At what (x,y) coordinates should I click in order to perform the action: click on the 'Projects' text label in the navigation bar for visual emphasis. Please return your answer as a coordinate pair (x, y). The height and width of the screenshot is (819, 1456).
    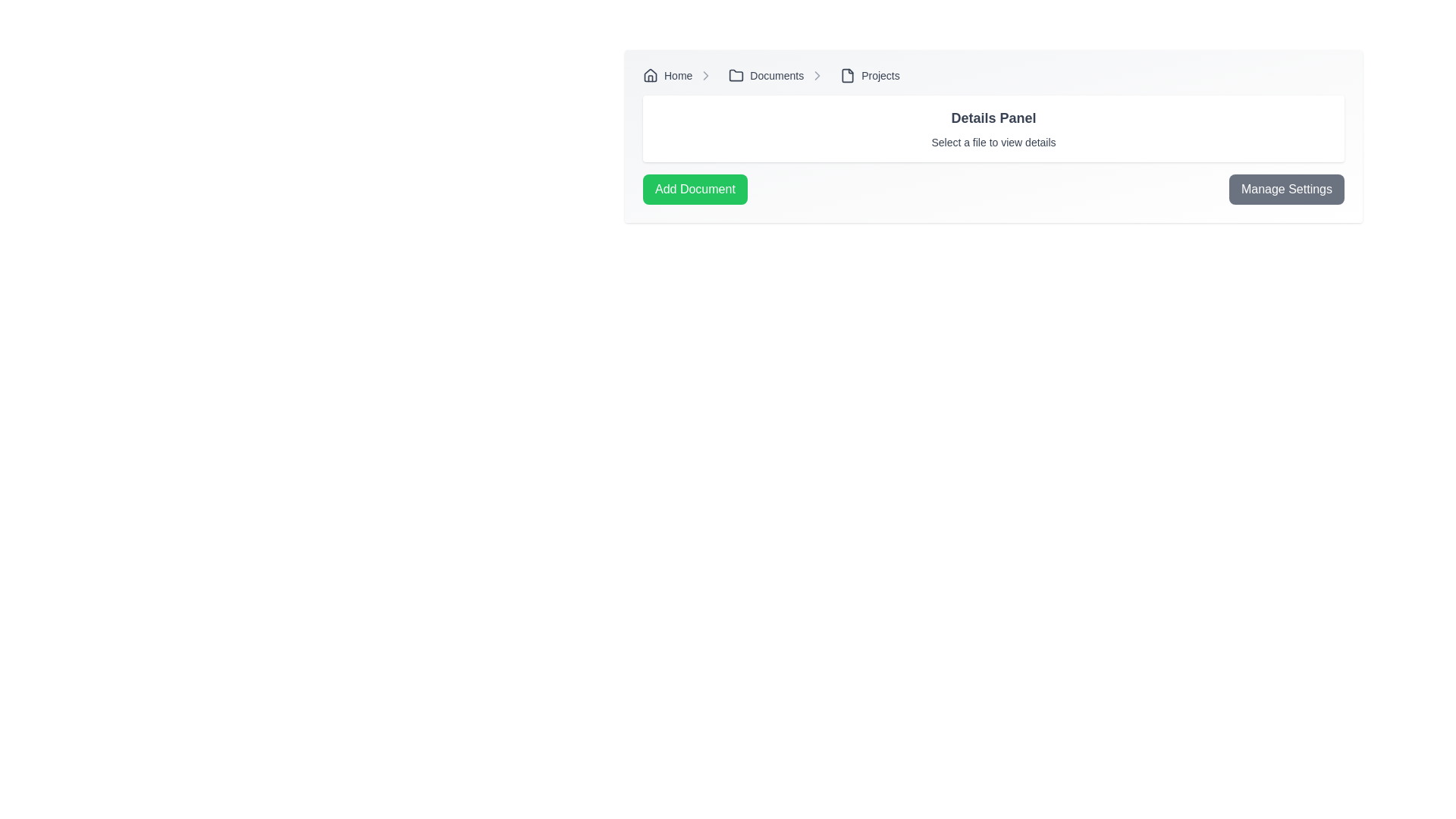
    Looking at the image, I should click on (880, 76).